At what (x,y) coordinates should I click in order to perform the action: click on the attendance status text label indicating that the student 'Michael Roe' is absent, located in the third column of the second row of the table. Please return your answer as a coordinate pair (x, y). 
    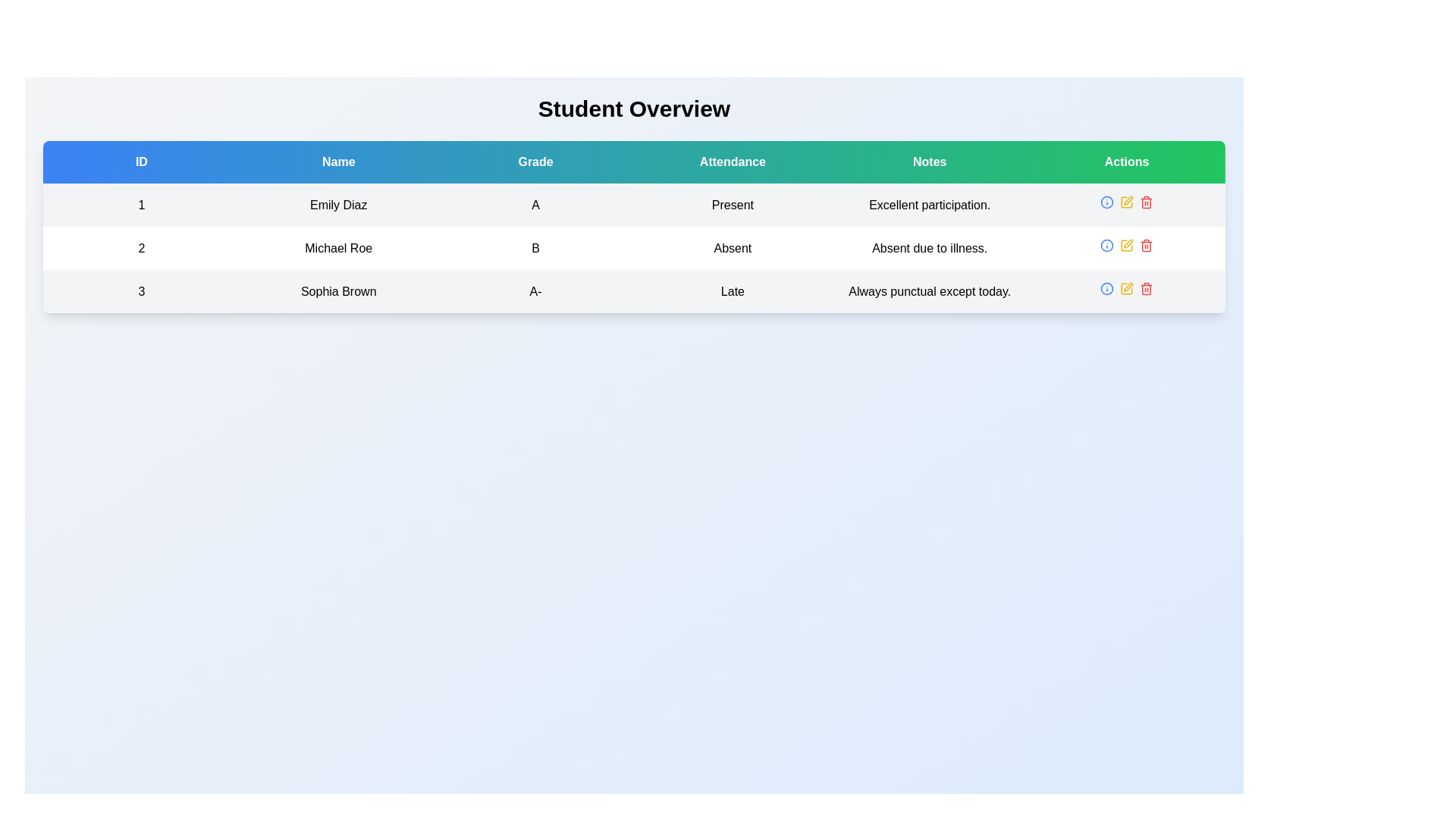
    Looking at the image, I should click on (733, 247).